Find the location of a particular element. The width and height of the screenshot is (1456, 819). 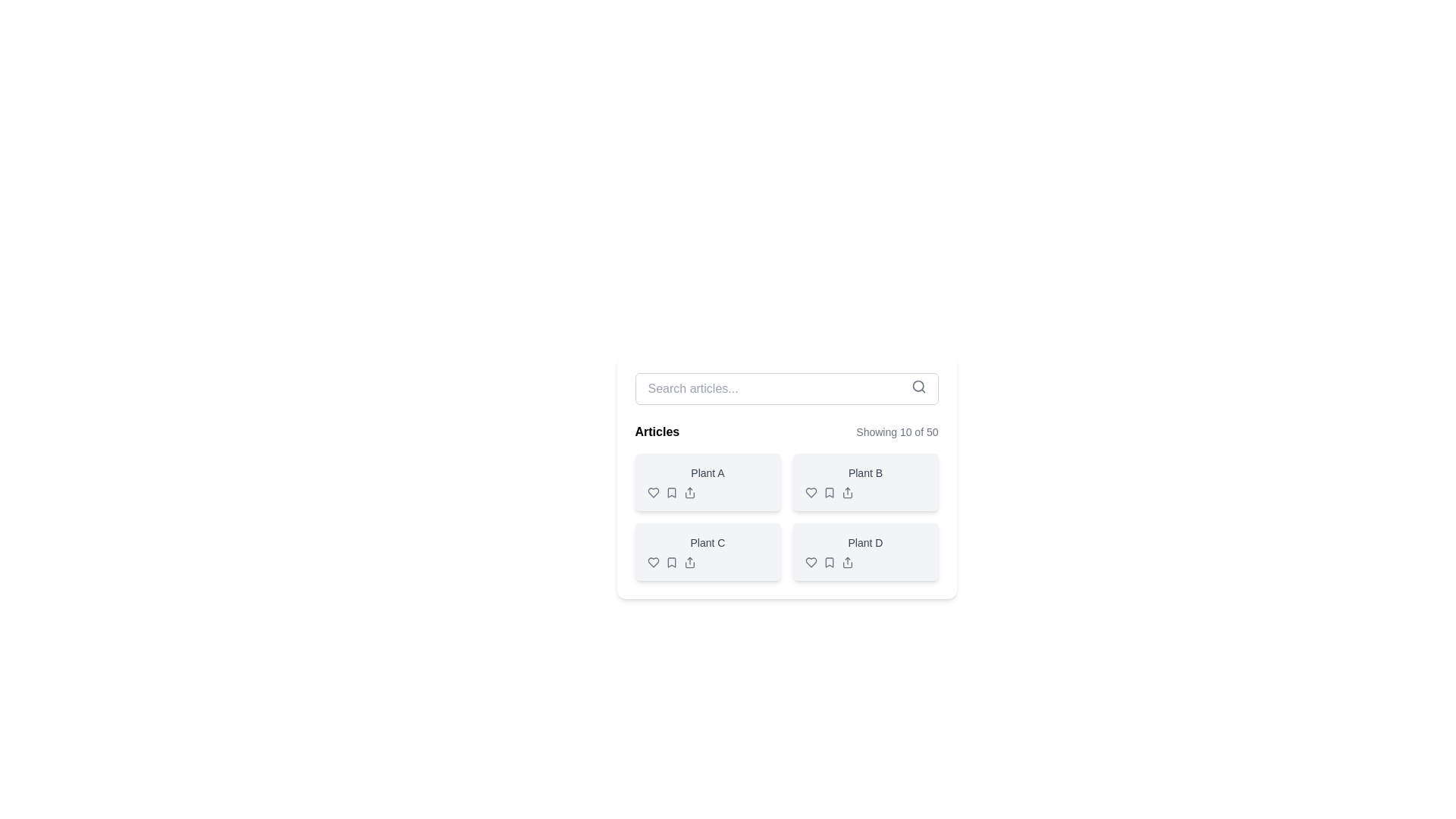

the search icon represented by a magnifying glass in the top-right corner of the 'Search articles...' input field is located at coordinates (918, 385).